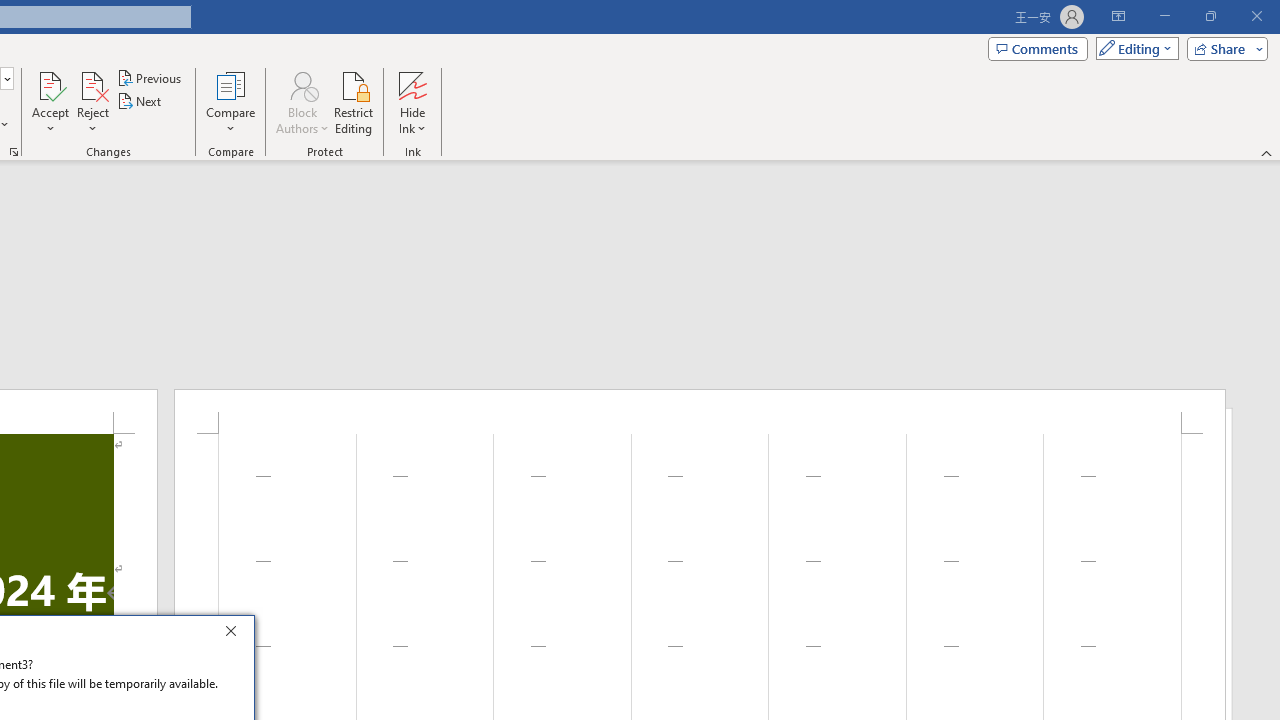 Image resolution: width=1280 pixels, height=720 pixels. What do you see at coordinates (1117, 16) in the screenshot?
I see `'Ribbon Display Options'` at bounding box center [1117, 16].